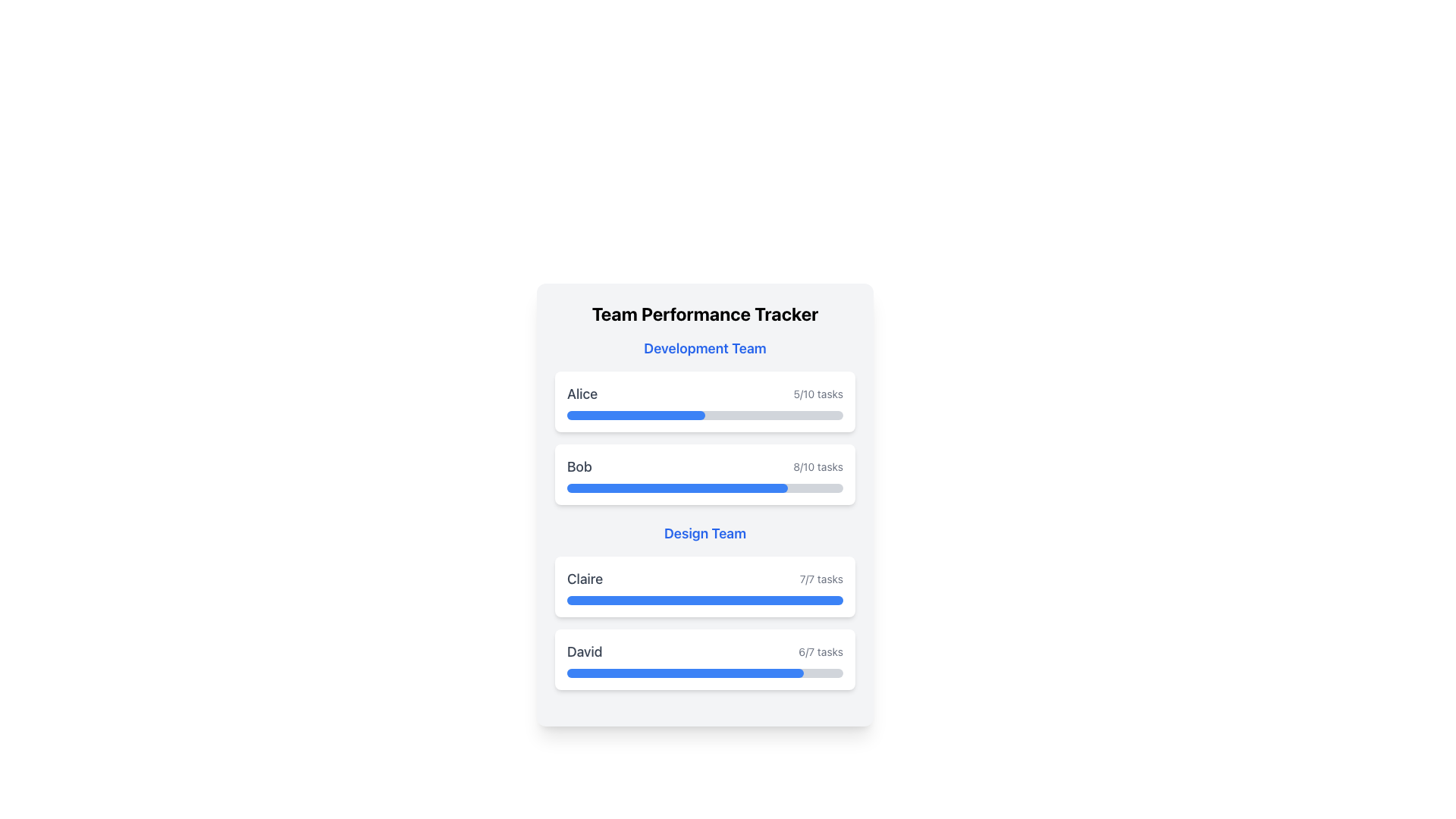  Describe the element at coordinates (821, 579) in the screenshot. I see `task progress information displayed in the text field showing '7/7 tasks' located to the right of the 'Claire' label in the 'Design Team' section` at that location.